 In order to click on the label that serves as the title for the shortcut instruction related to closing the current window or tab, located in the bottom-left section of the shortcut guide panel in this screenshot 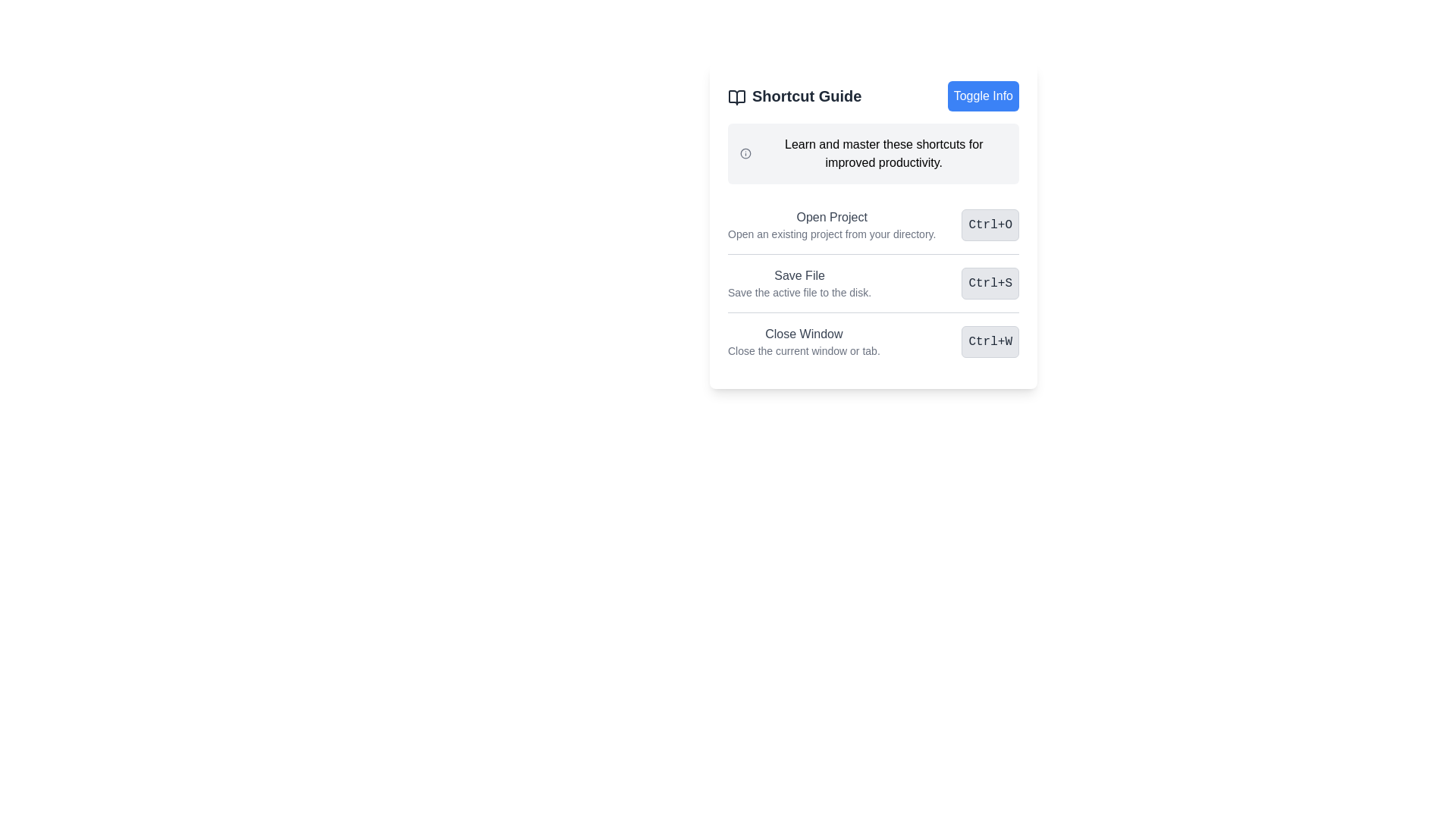, I will do `click(803, 333)`.